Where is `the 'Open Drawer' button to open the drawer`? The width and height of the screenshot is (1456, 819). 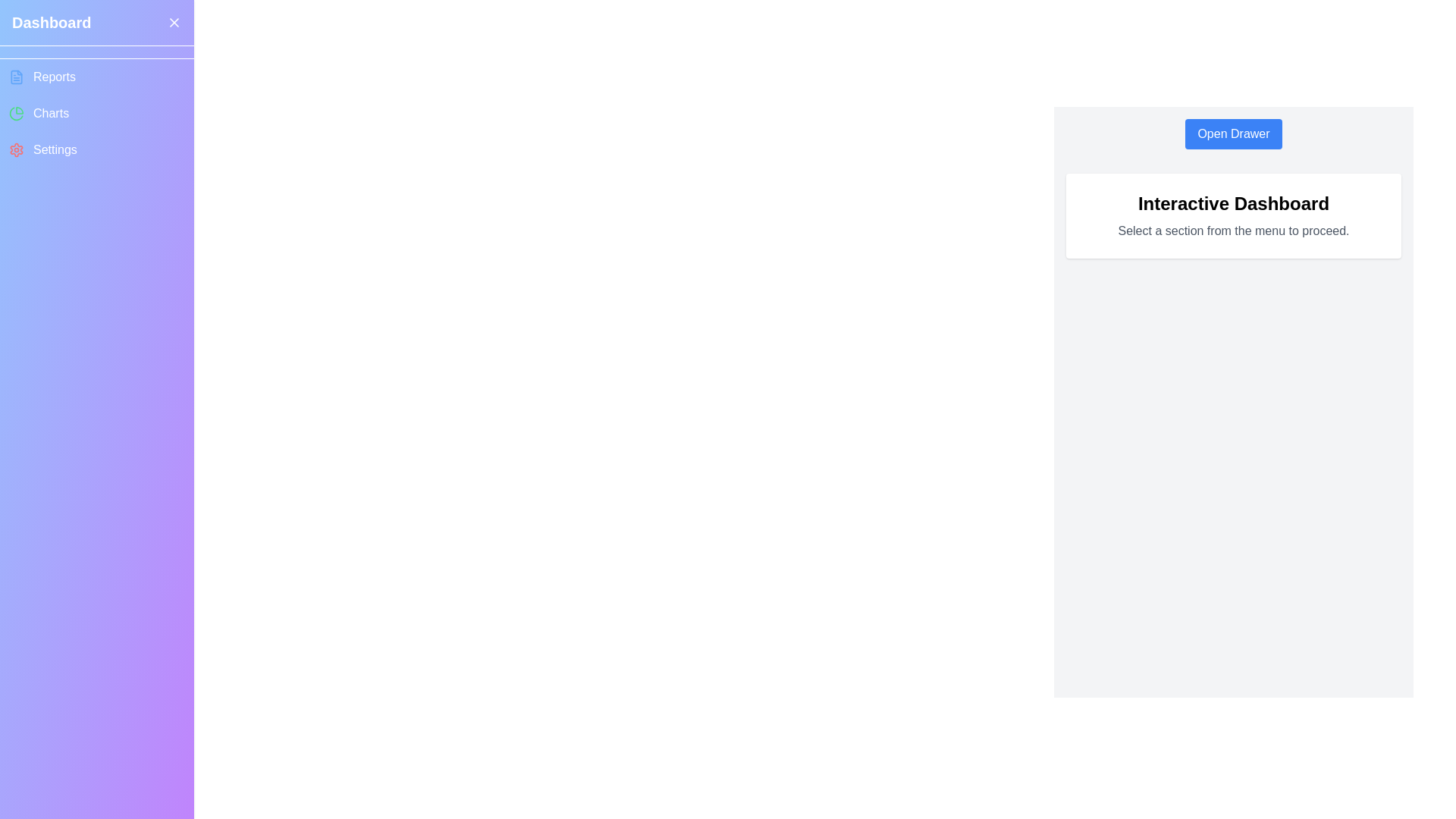
the 'Open Drawer' button to open the drawer is located at coordinates (1234, 133).